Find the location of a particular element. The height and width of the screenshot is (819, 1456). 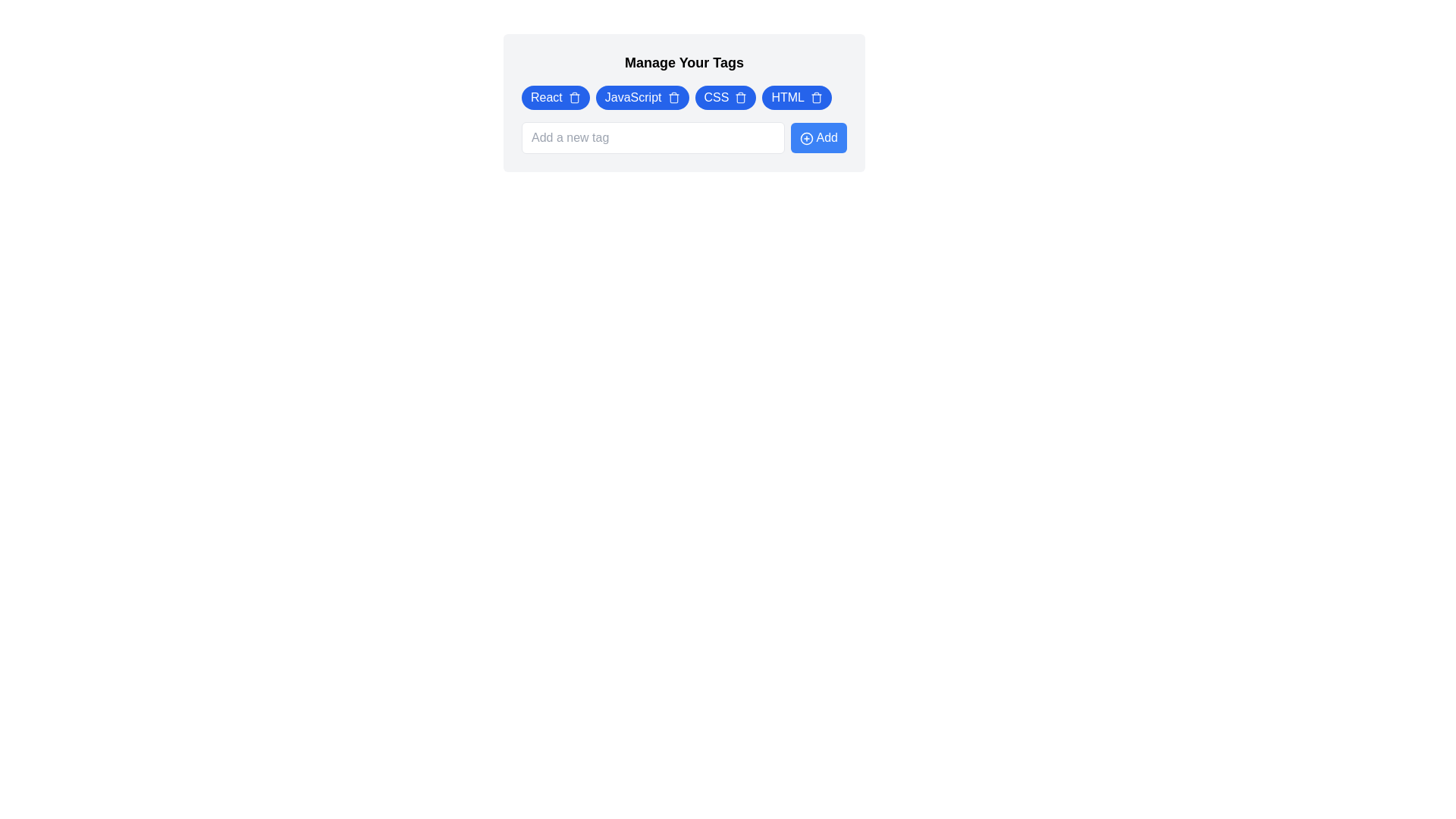

the delete icon adjacent to the selected 'CSS' tag is located at coordinates (724, 97).